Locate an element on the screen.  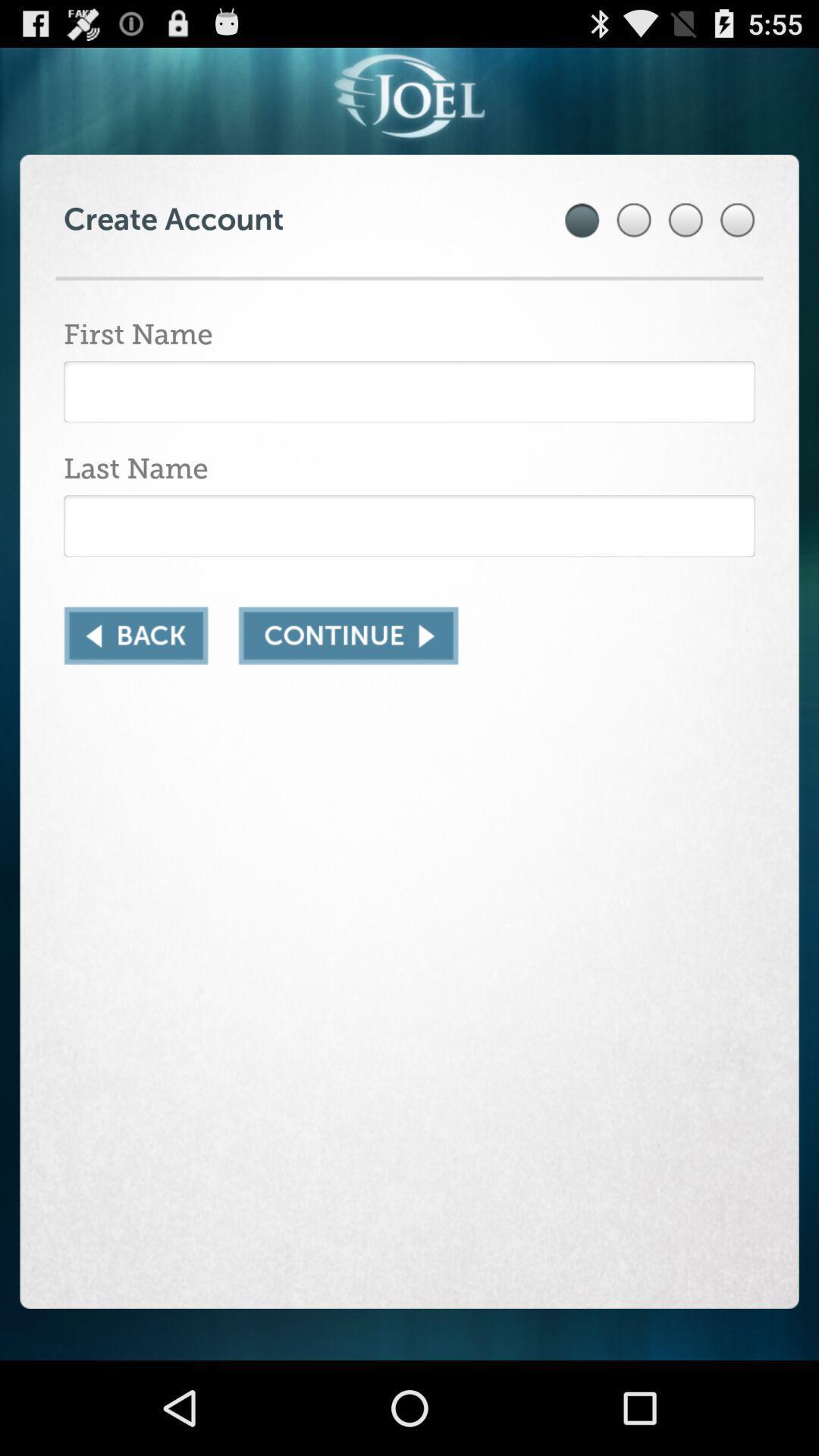
continue is located at coordinates (348, 635).